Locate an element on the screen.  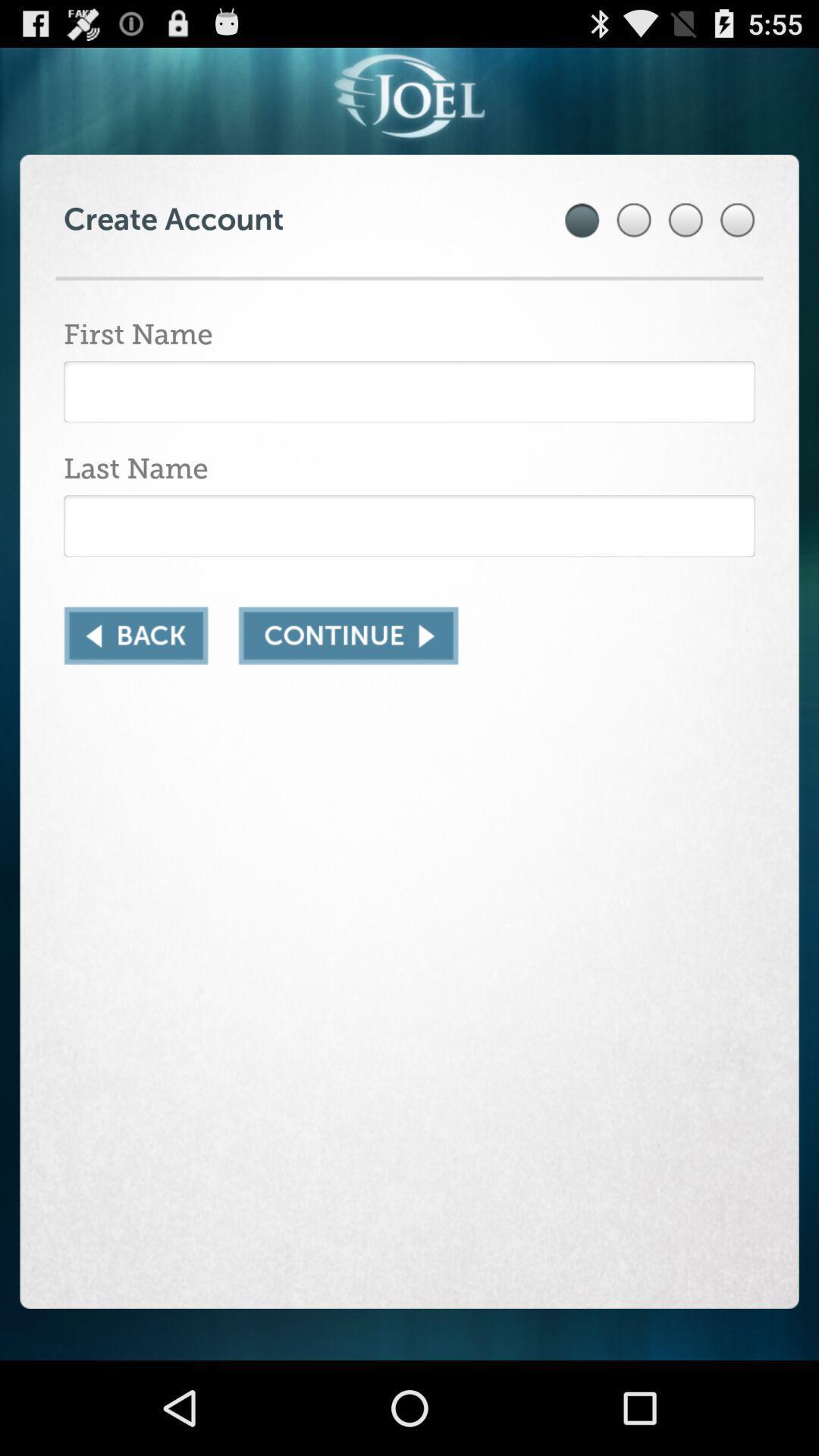
continue is located at coordinates (348, 635).